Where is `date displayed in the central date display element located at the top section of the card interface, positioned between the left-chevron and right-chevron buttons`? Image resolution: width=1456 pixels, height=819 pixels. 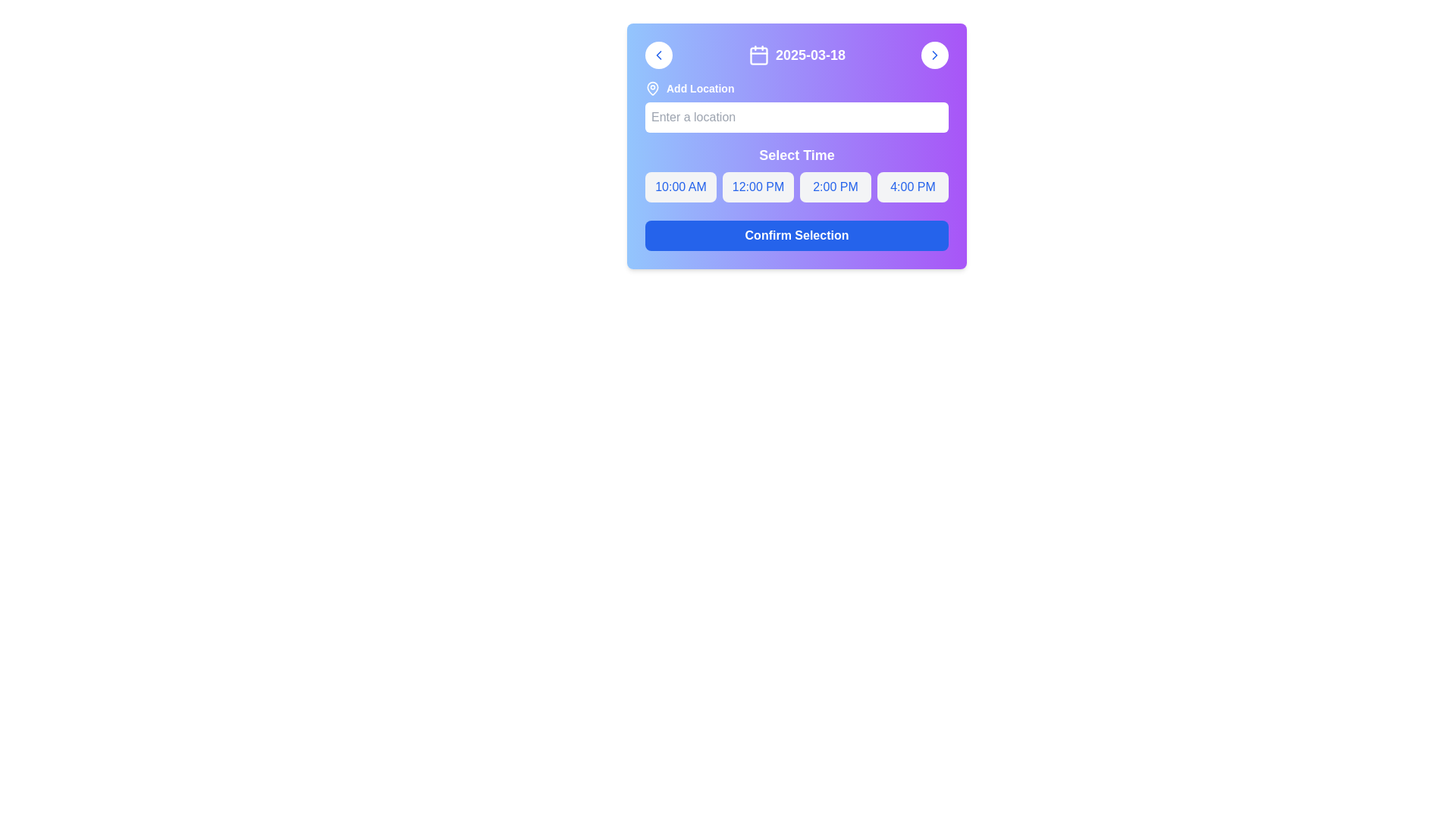 date displayed in the central date display element located at the top section of the card interface, positioned between the left-chevron and right-chevron buttons is located at coordinates (796, 55).